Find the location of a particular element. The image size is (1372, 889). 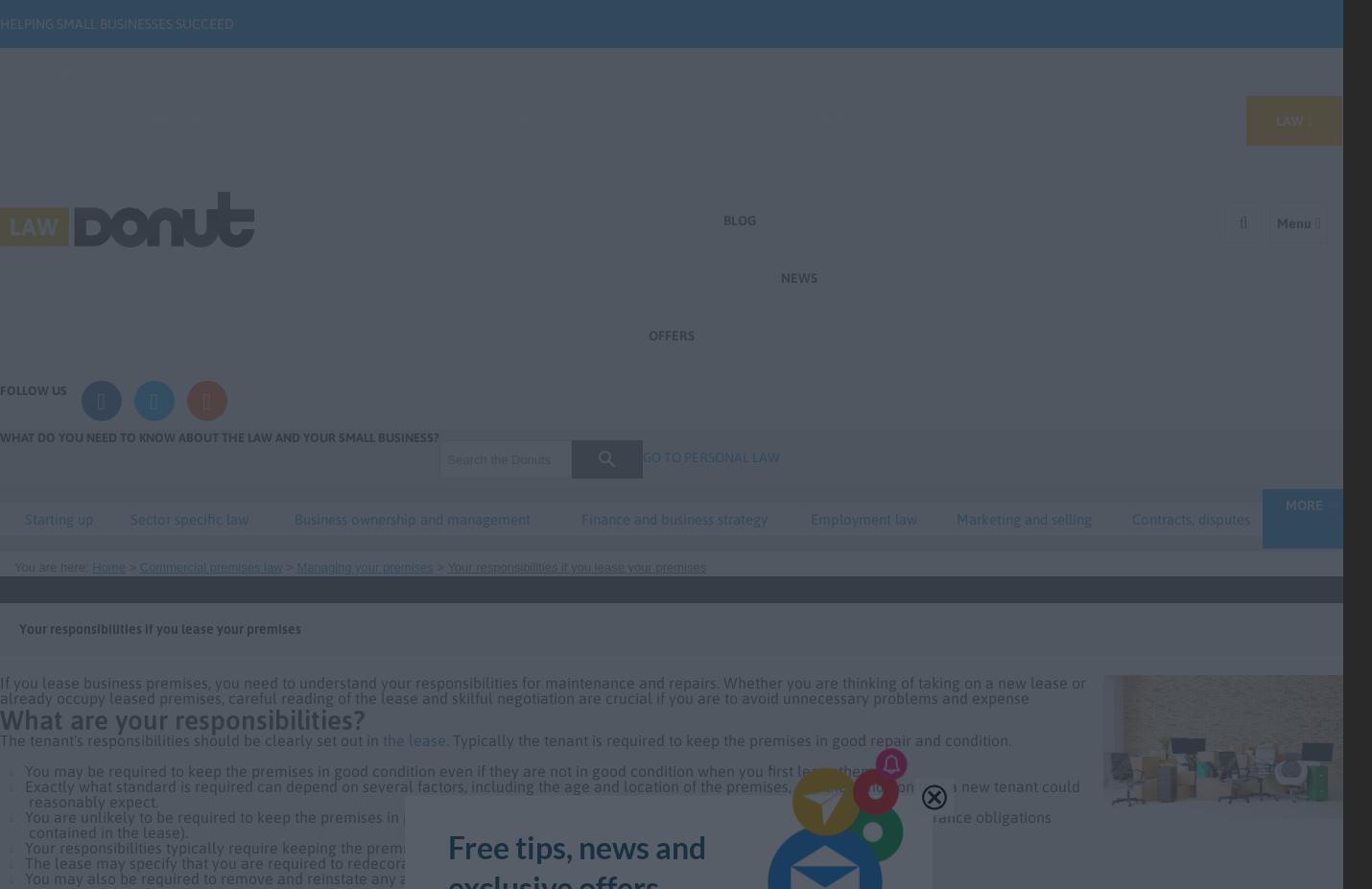

'Commercial premises law' is located at coordinates (138, 567).